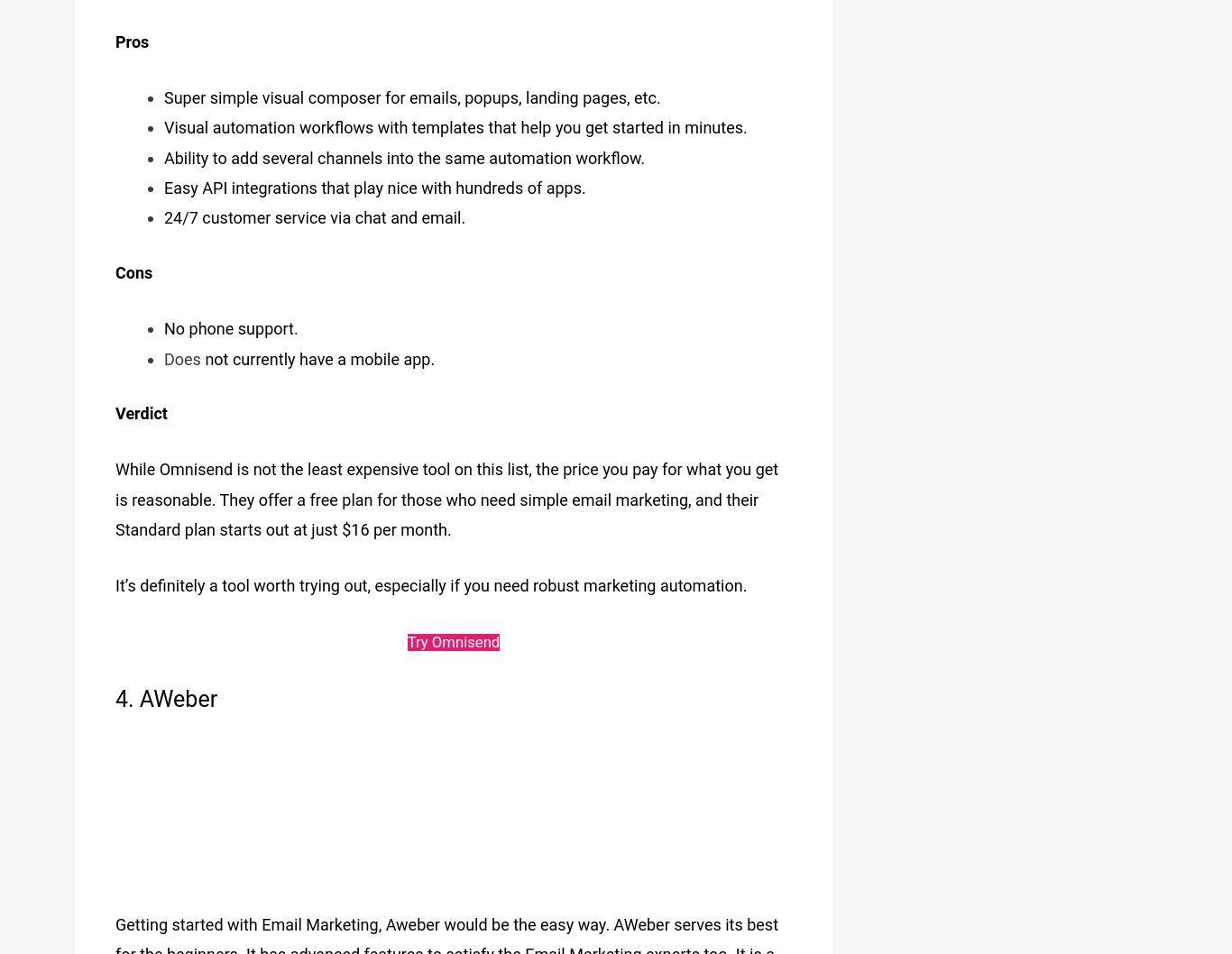  What do you see at coordinates (373, 181) in the screenshot?
I see `'Easy API integrations that play nice with hundreds of apps.'` at bounding box center [373, 181].